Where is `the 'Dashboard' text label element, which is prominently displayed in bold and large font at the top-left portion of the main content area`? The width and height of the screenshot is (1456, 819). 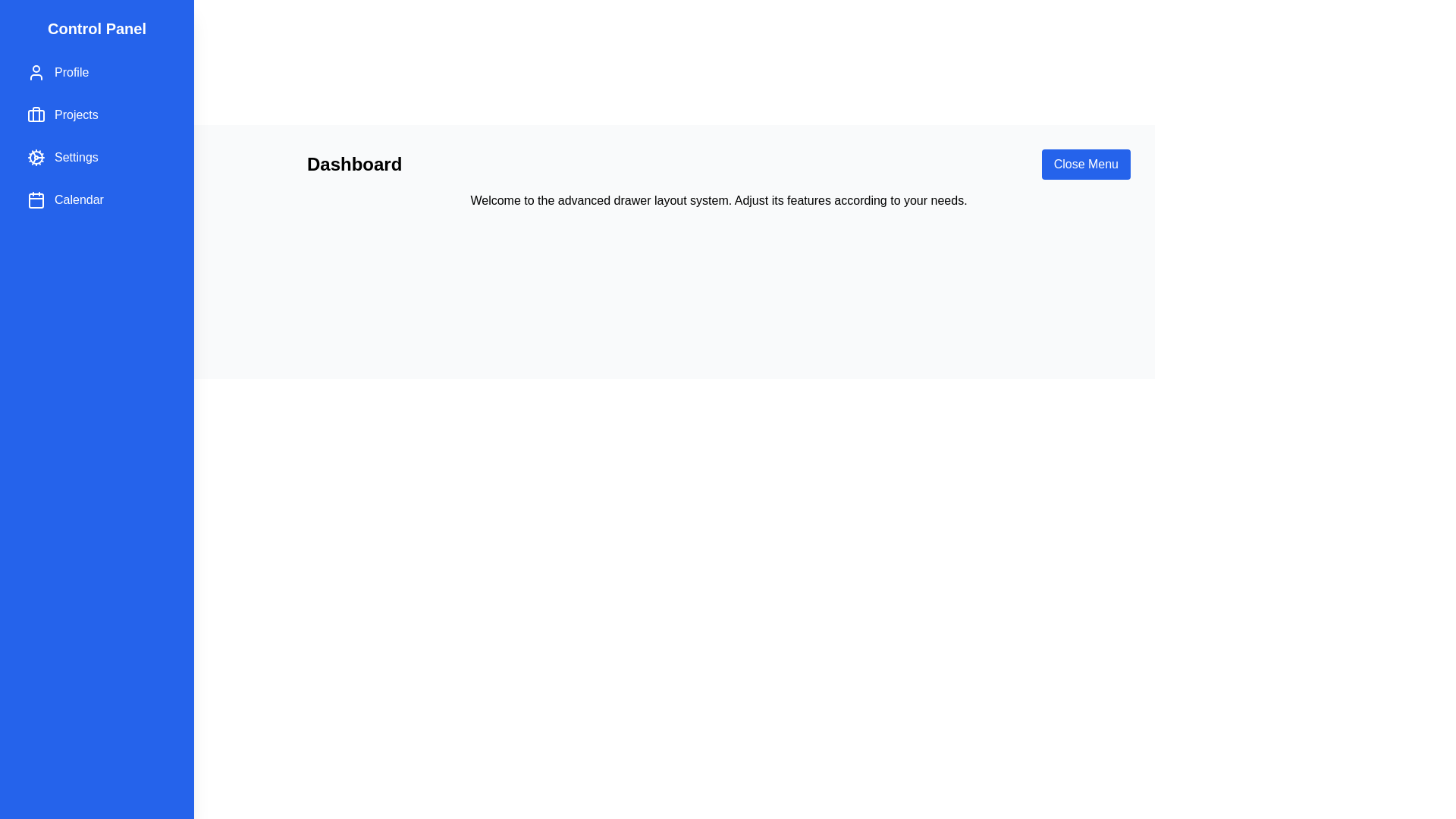 the 'Dashboard' text label element, which is prominently displayed in bold and large font at the top-left portion of the main content area is located at coordinates (353, 164).